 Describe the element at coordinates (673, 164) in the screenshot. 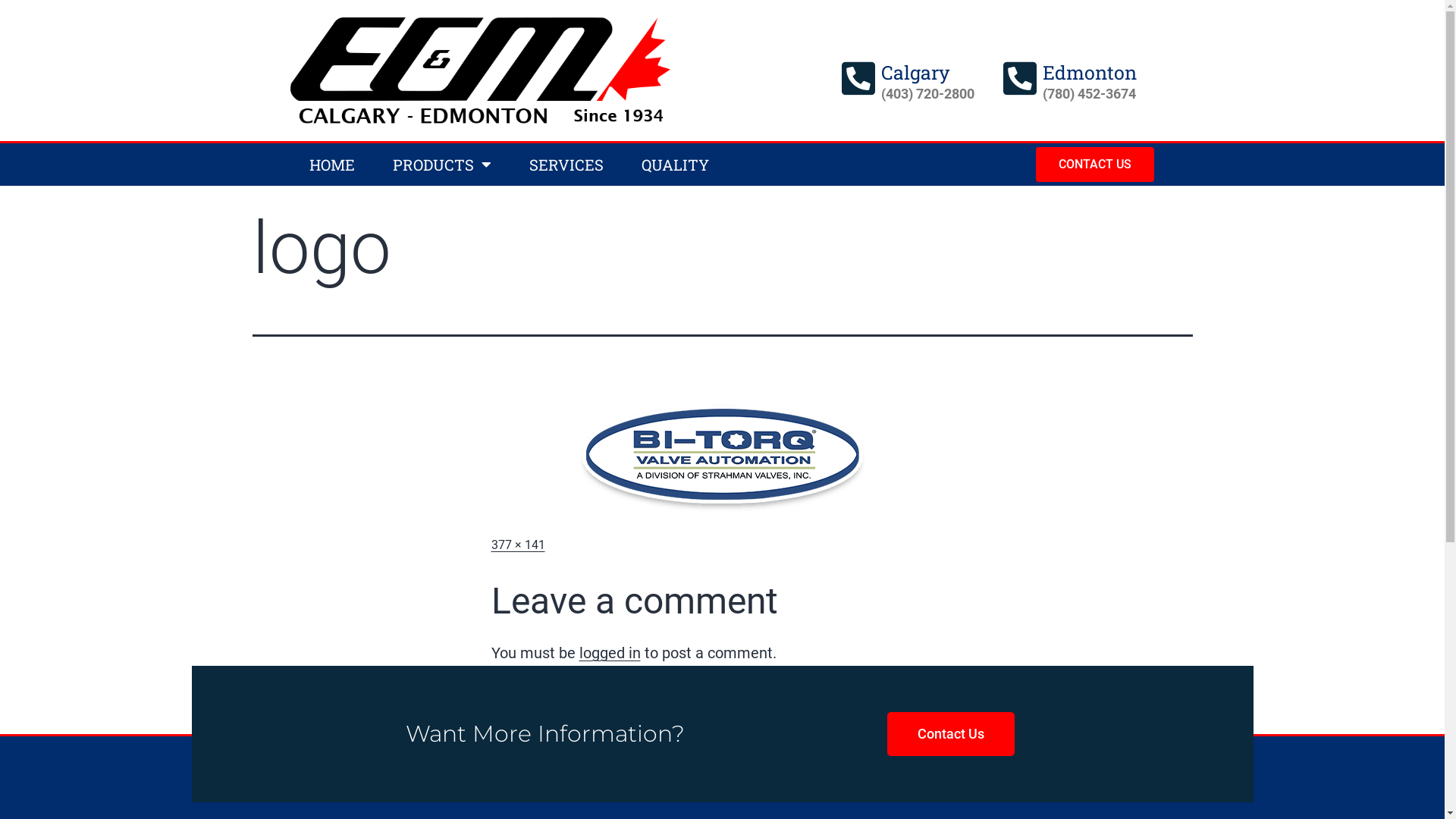

I see `'QUALITY'` at that location.